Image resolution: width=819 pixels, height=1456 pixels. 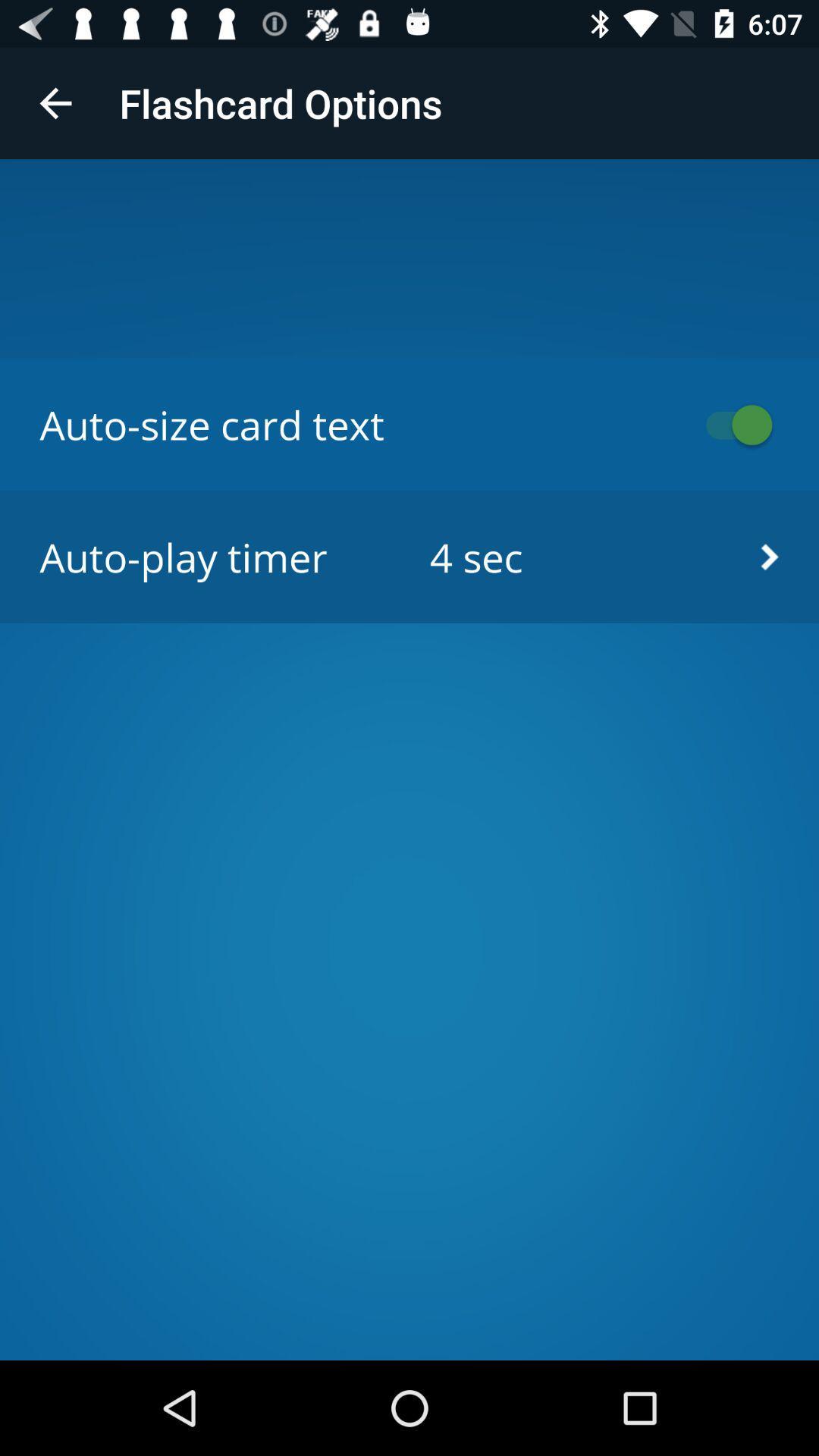 I want to click on auto-size card text option, so click(x=731, y=425).